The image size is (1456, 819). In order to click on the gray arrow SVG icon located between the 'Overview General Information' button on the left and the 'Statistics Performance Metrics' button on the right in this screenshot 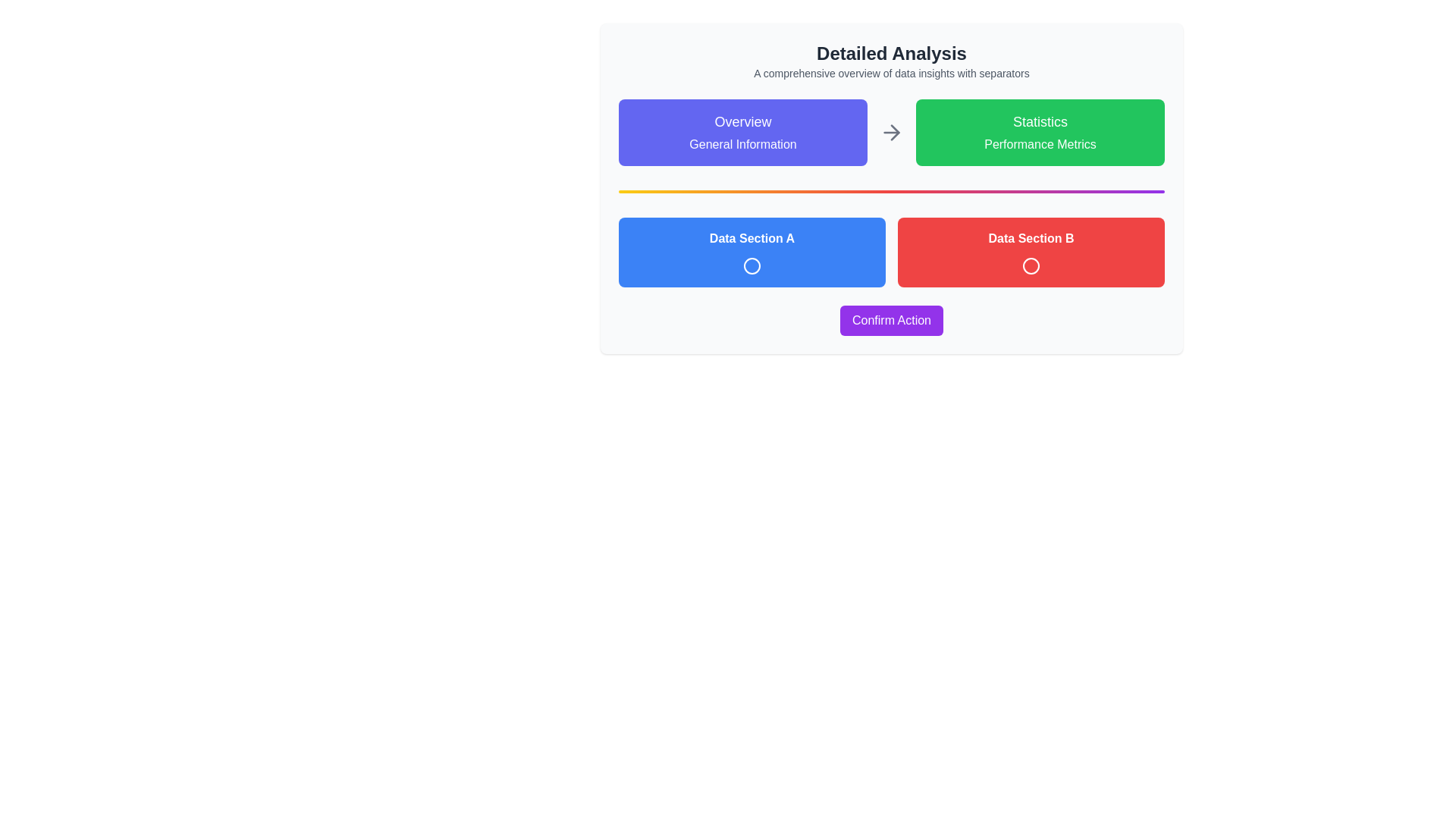, I will do `click(892, 131)`.